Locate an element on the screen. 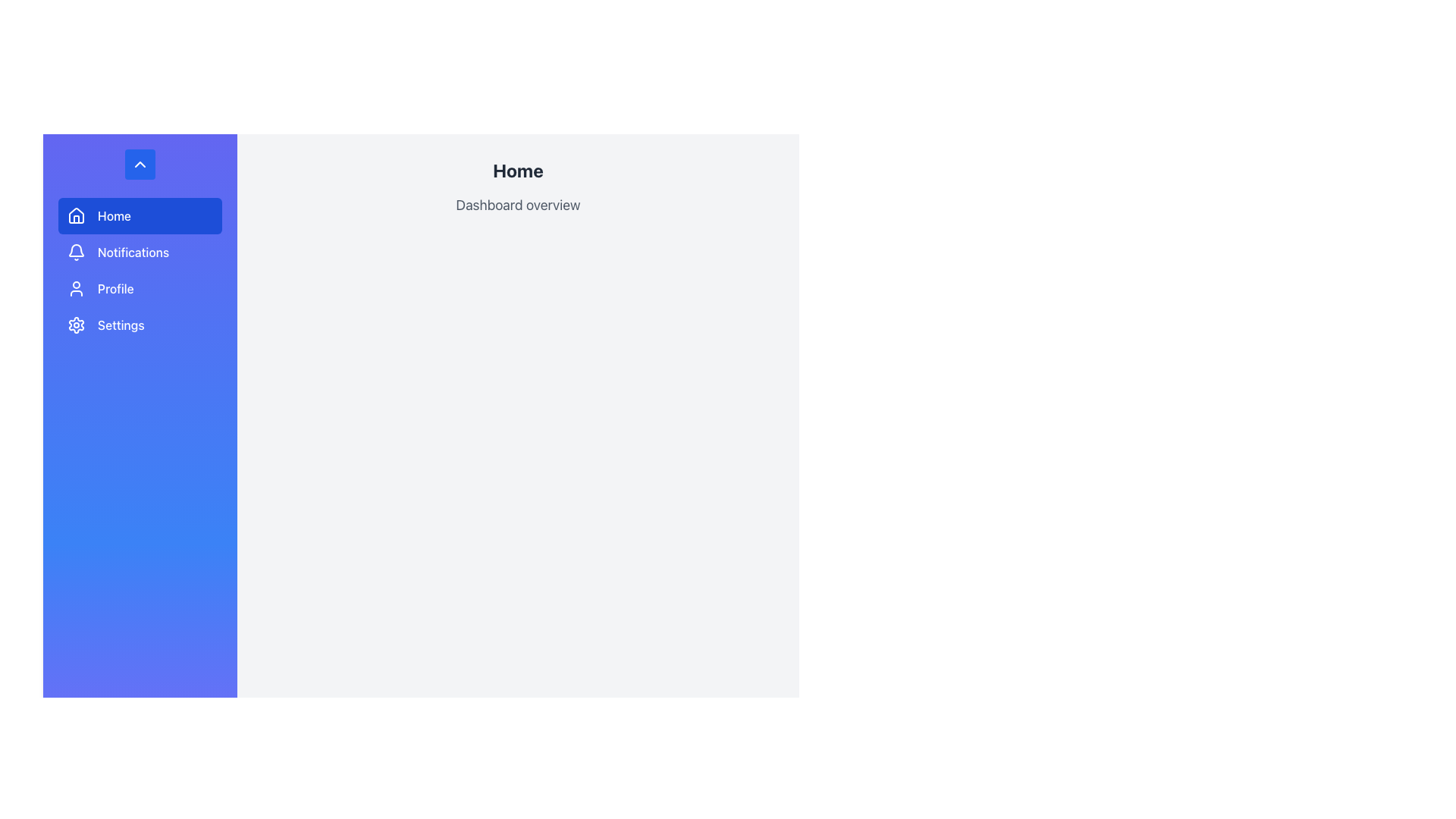 This screenshot has height=819, width=1456. the lower section of the 'Home' icon in the navigation bar, which is positioned above the 'Home' label is located at coordinates (75, 215).